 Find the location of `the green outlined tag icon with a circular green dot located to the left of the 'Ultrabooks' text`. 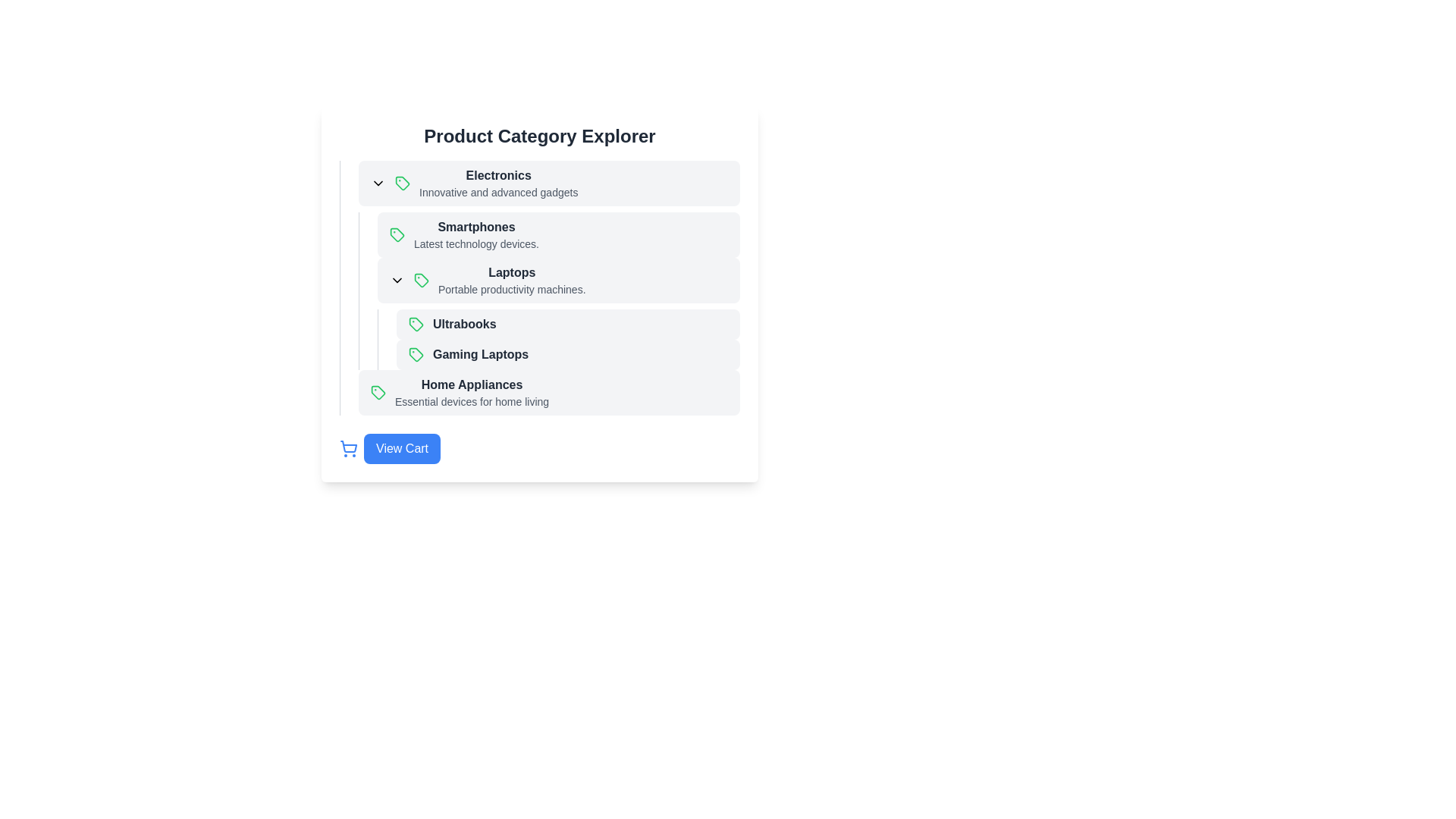

the green outlined tag icon with a circular green dot located to the left of the 'Ultrabooks' text is located at coordinates (416, 324).